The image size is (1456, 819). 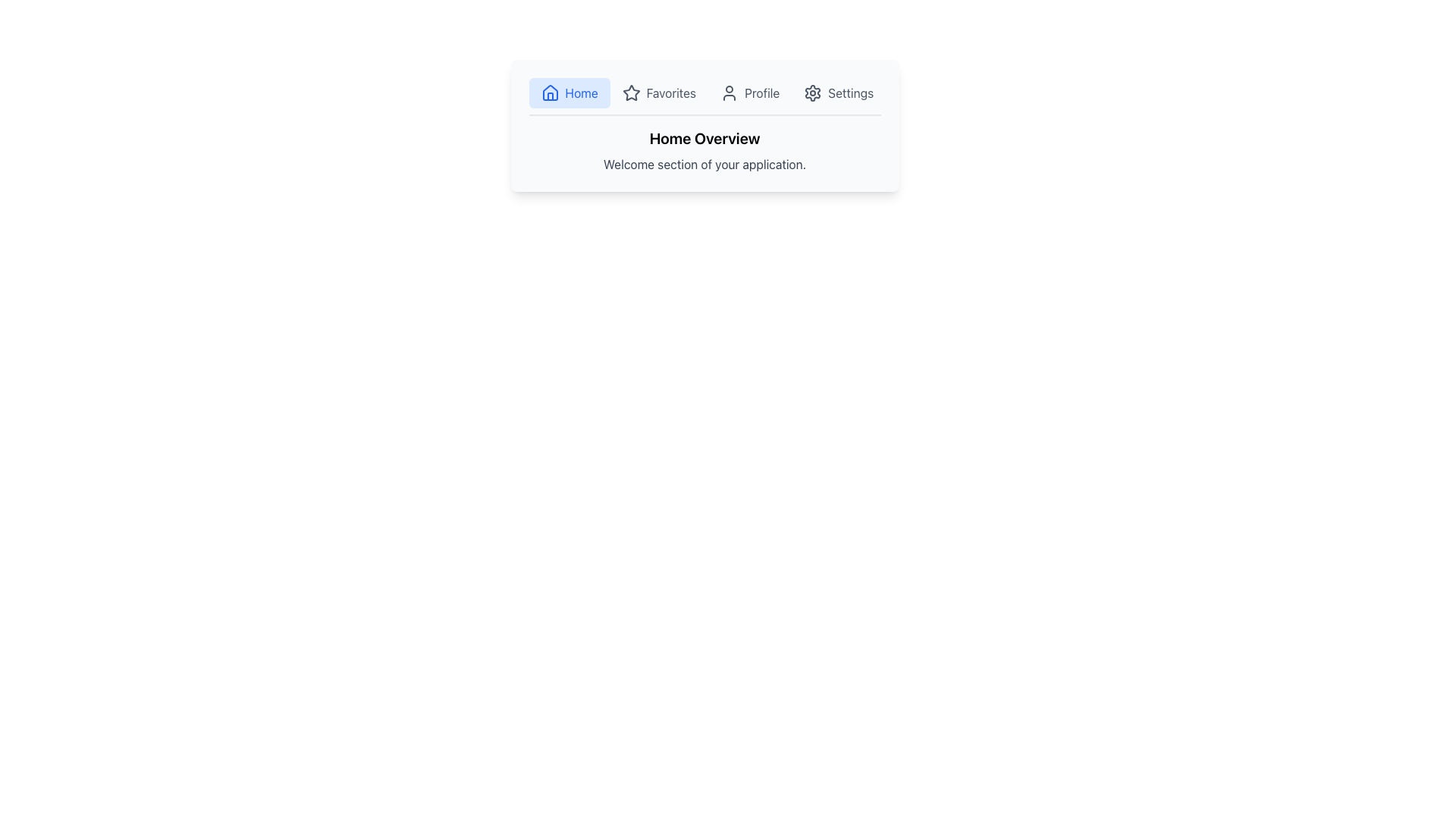 I want to click on the blue text label displaying 'Home' in the navigation menu, so click(x=581, y=93).